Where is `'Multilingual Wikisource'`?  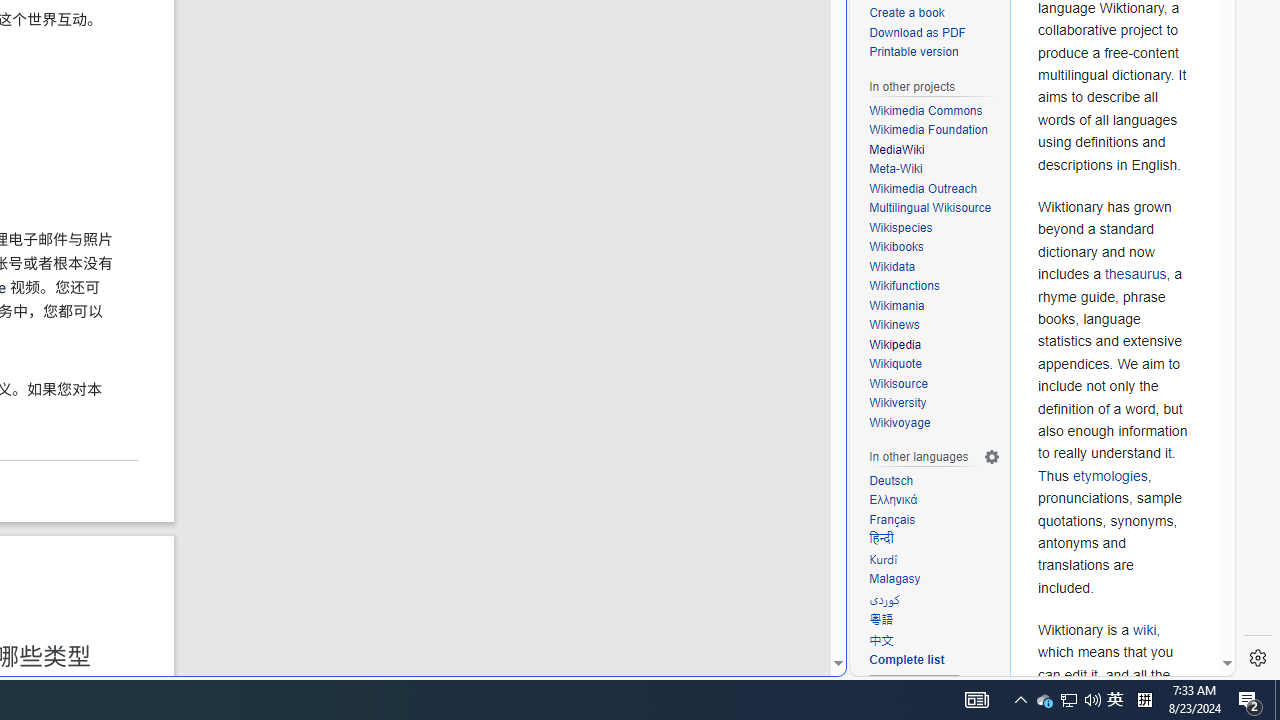
'Multilingual Wikisource' is located at coordinates (934, 208).